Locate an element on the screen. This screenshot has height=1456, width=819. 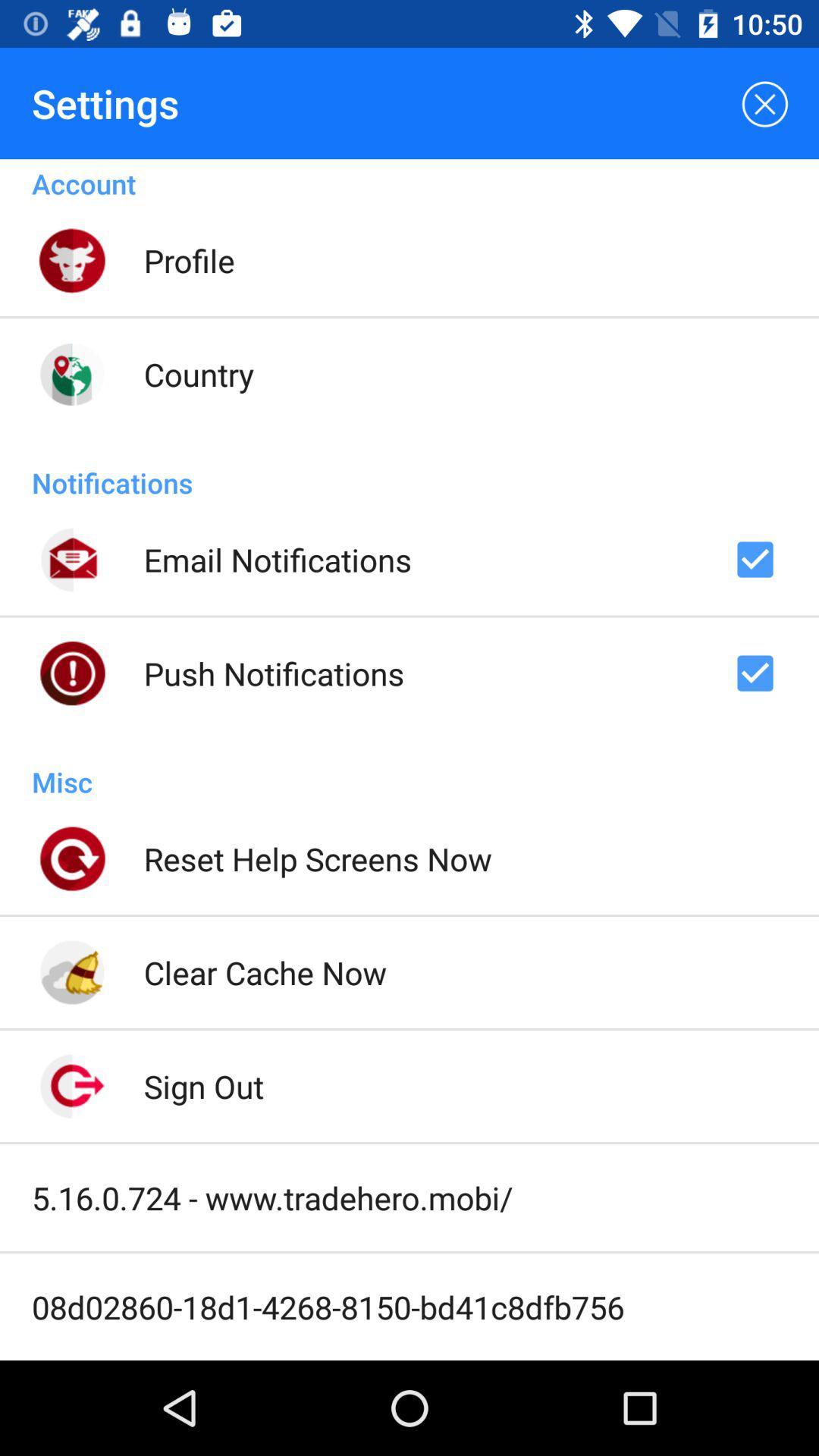
the icon above the misc is located at coordinates (274, 673).